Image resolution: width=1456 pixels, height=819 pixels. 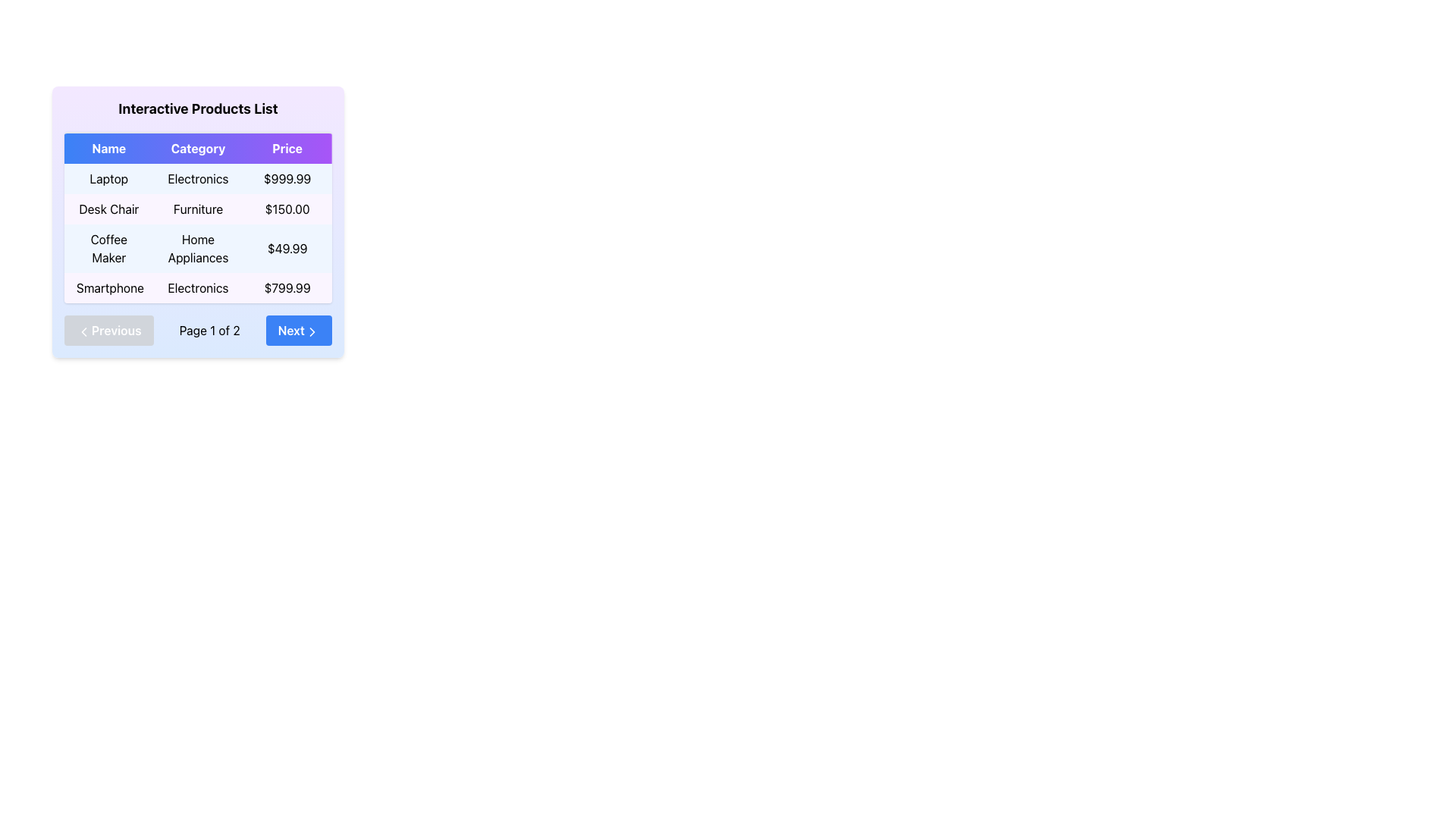 I want to click on the first row of the 'Interactive Products List' table containing 'Laptop', 'Electronics', and '$999.99', so click(x=197, y=177).